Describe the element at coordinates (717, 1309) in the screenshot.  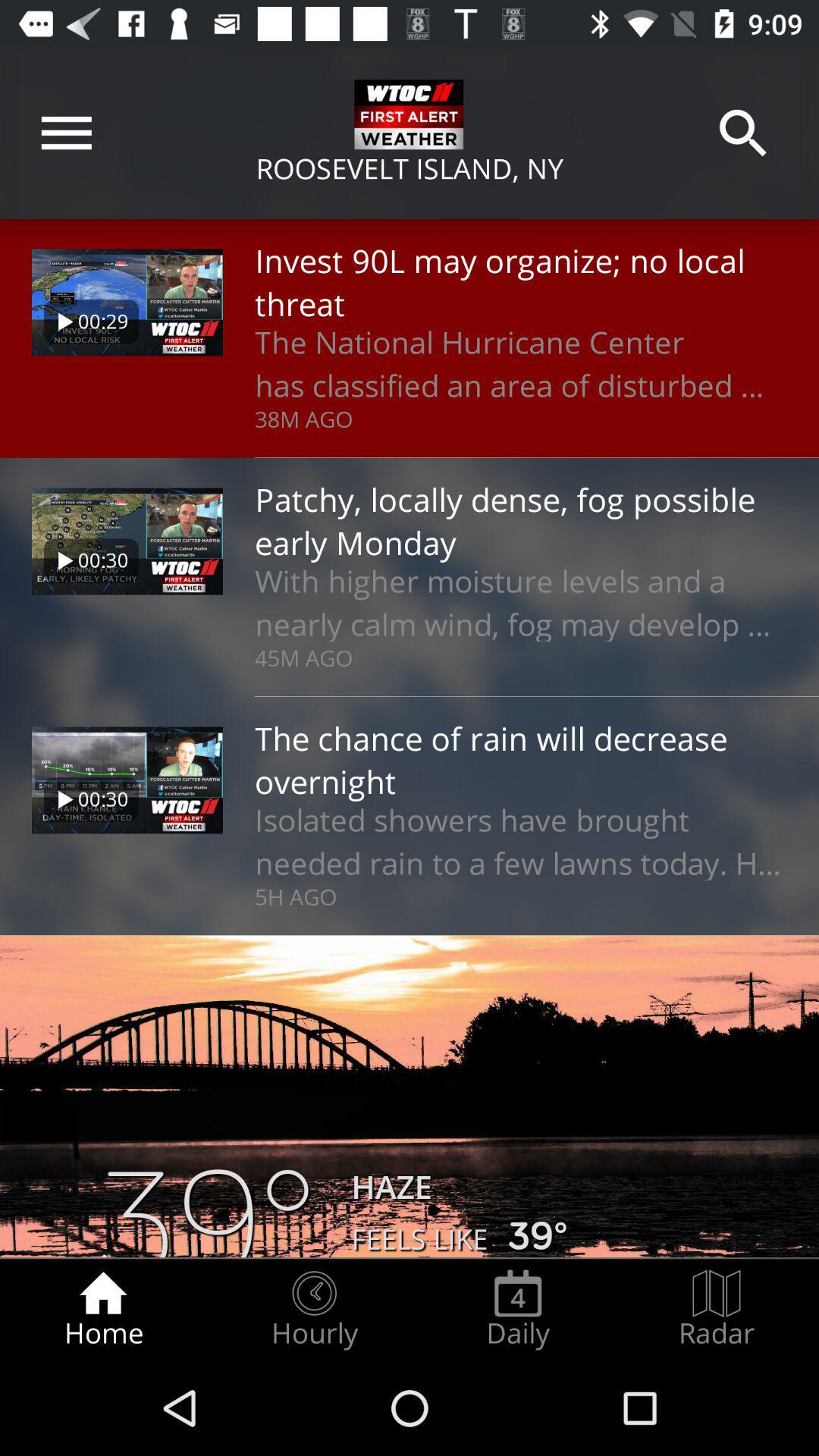
I see `item to the right of the daily icon` at that location.